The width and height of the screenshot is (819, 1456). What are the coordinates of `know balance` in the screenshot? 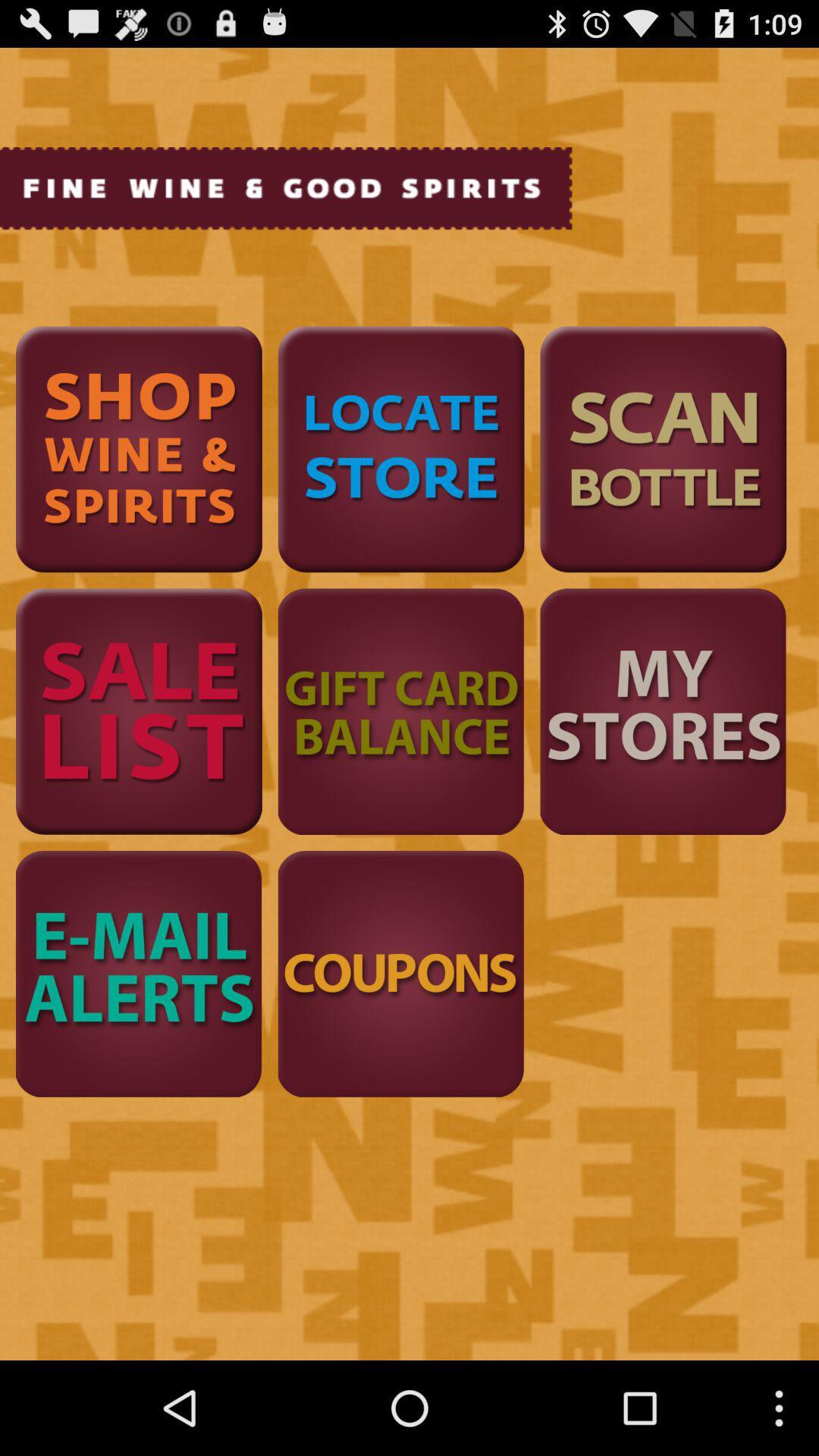 It's located at (400, 711).